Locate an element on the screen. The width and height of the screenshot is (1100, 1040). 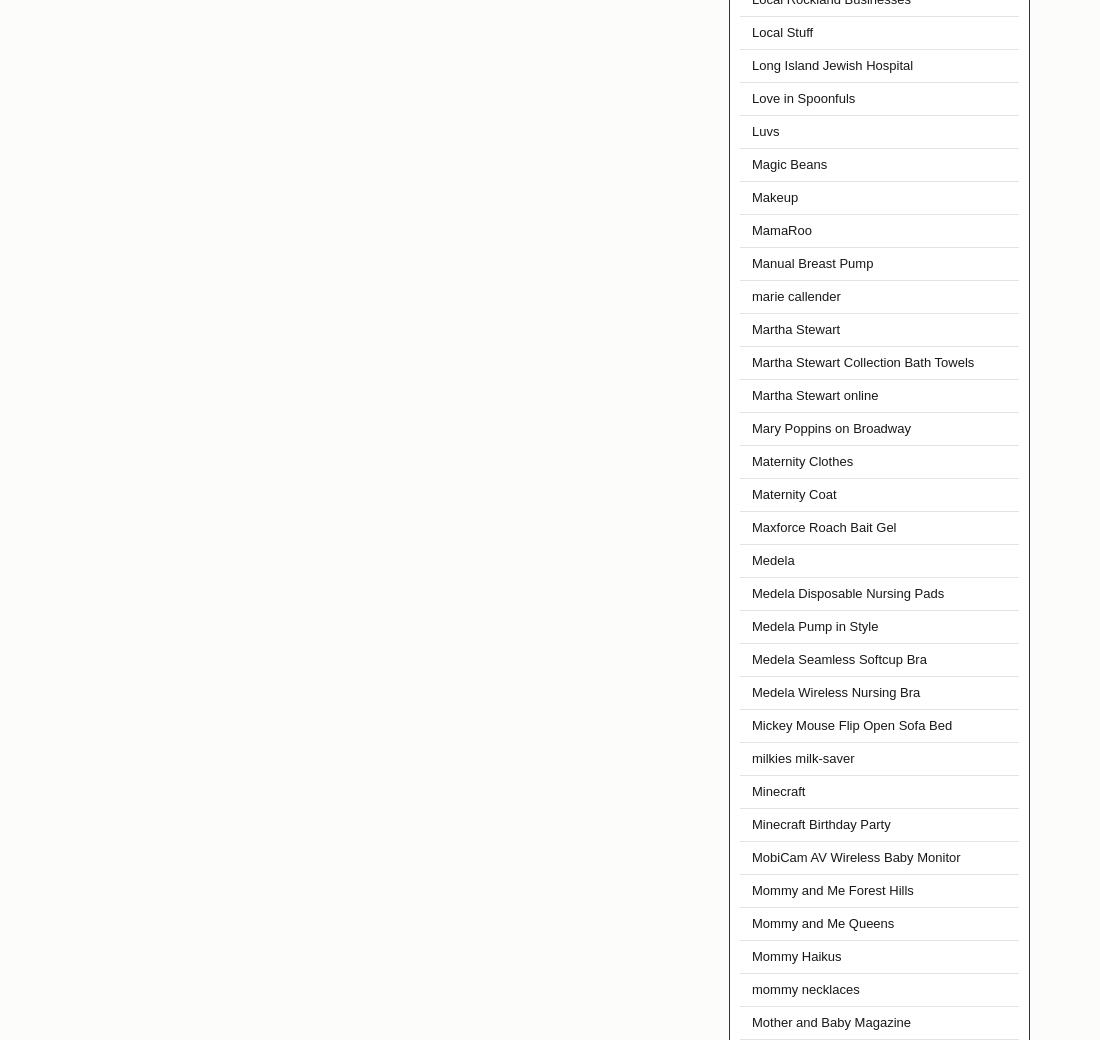
'Medela Seamless Softcup Bra' is located at coordinates (837, 659).